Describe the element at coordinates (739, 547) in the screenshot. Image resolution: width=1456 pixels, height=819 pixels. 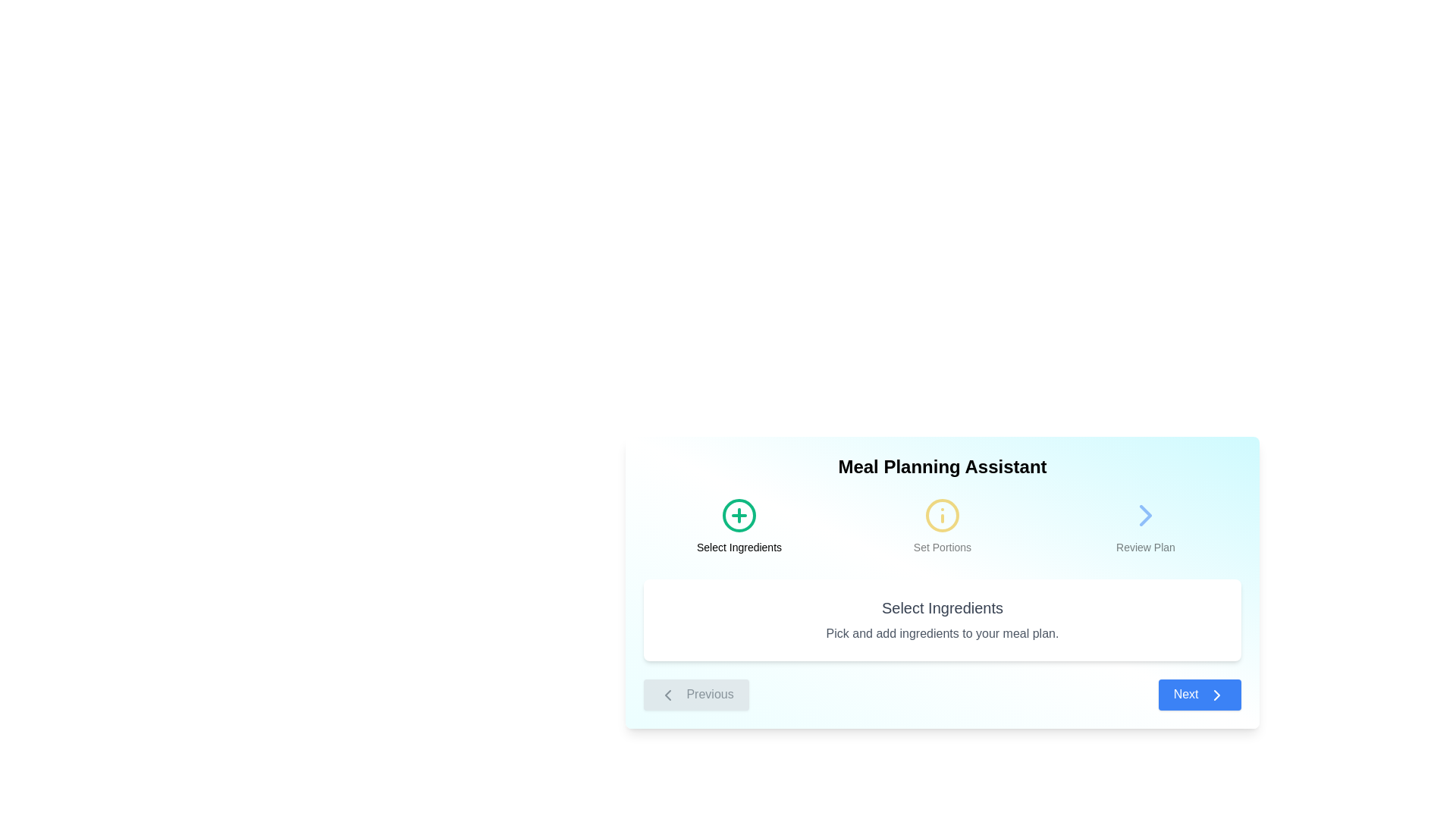
I see `the 'Select Ingredients' text label, which is styled in a small, bold font and located directly below a green circular plus icon` at that location.